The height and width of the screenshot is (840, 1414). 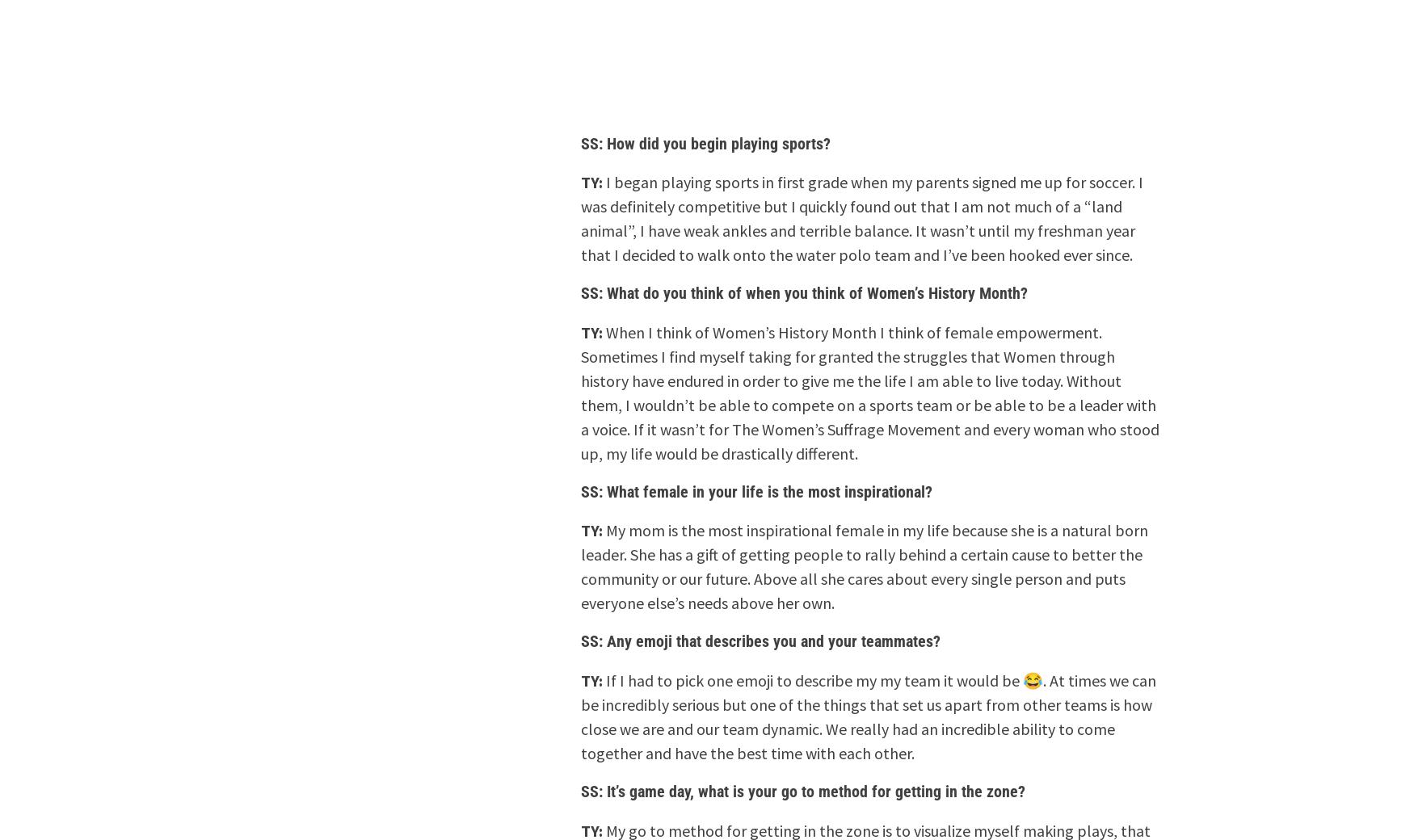 I want to click on 'SS: Any emoji that describes you and your teammates?', so click(x=760, y=640).